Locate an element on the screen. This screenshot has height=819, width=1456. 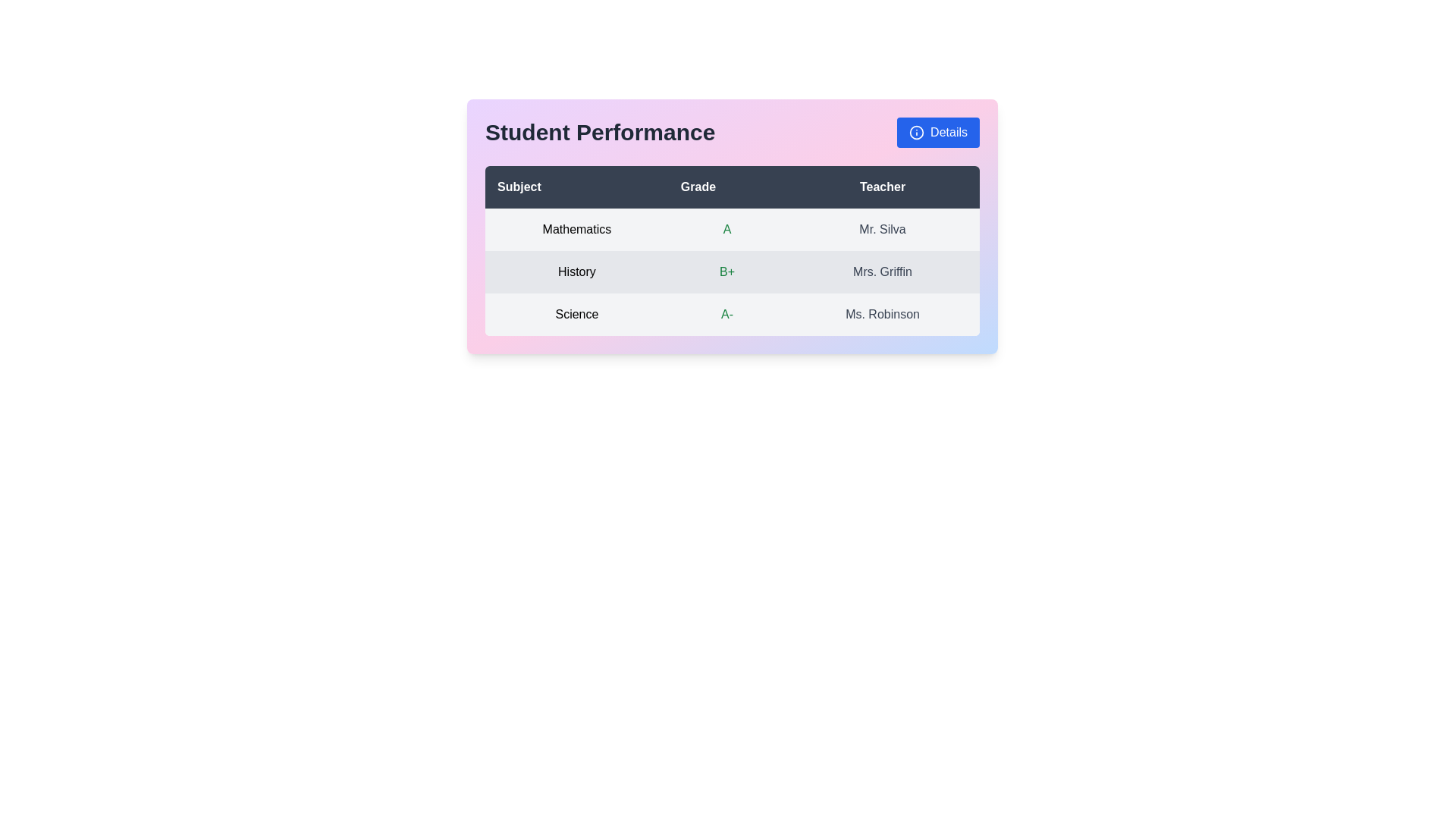
the information icon represented as a circular outline with an 'i' inside, located at the start of the Details button in the upper right corner of the Student Performance card is located at coordinates (916, 131).